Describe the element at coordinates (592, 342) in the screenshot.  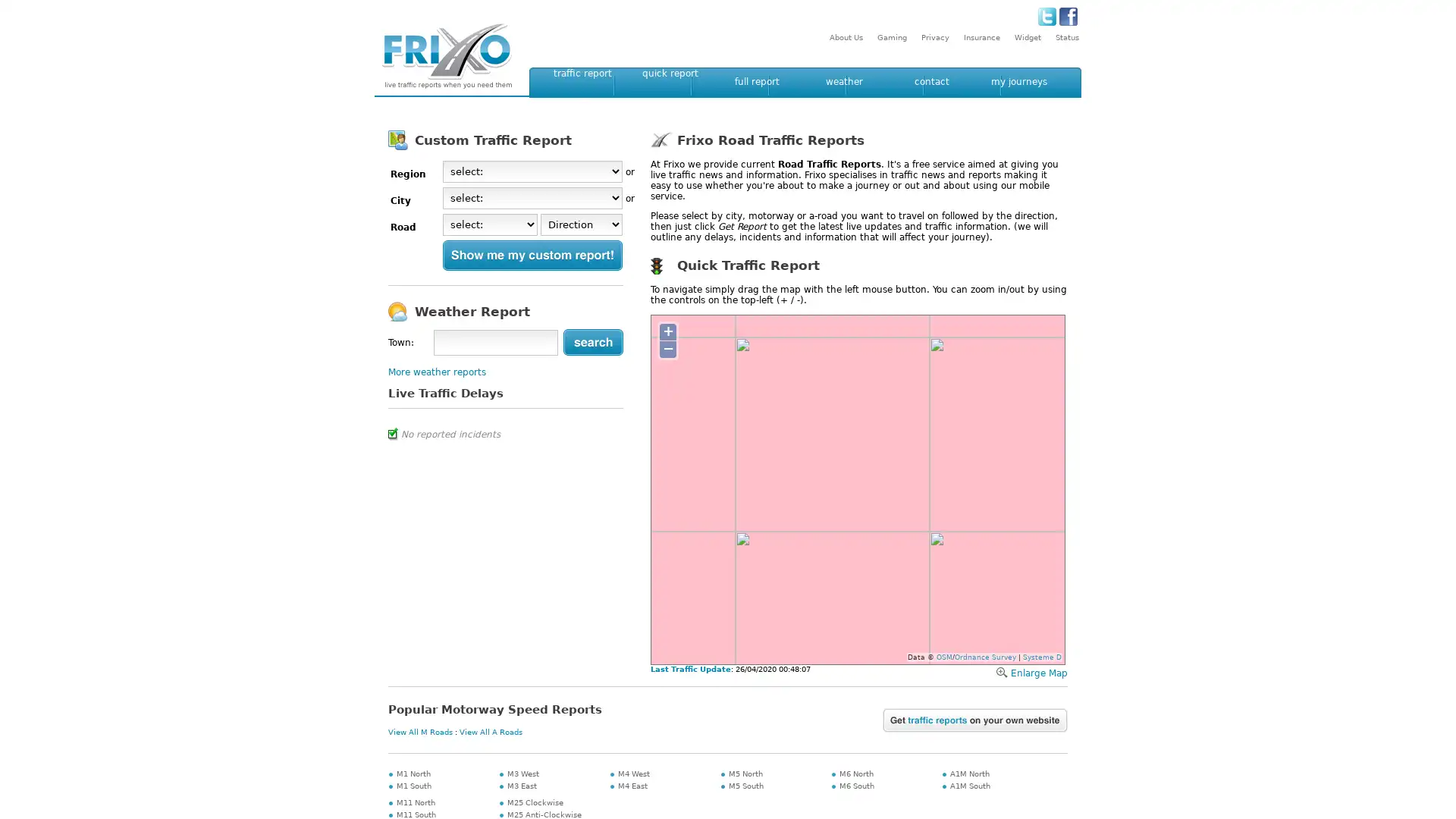
I see `Submit` at that location.